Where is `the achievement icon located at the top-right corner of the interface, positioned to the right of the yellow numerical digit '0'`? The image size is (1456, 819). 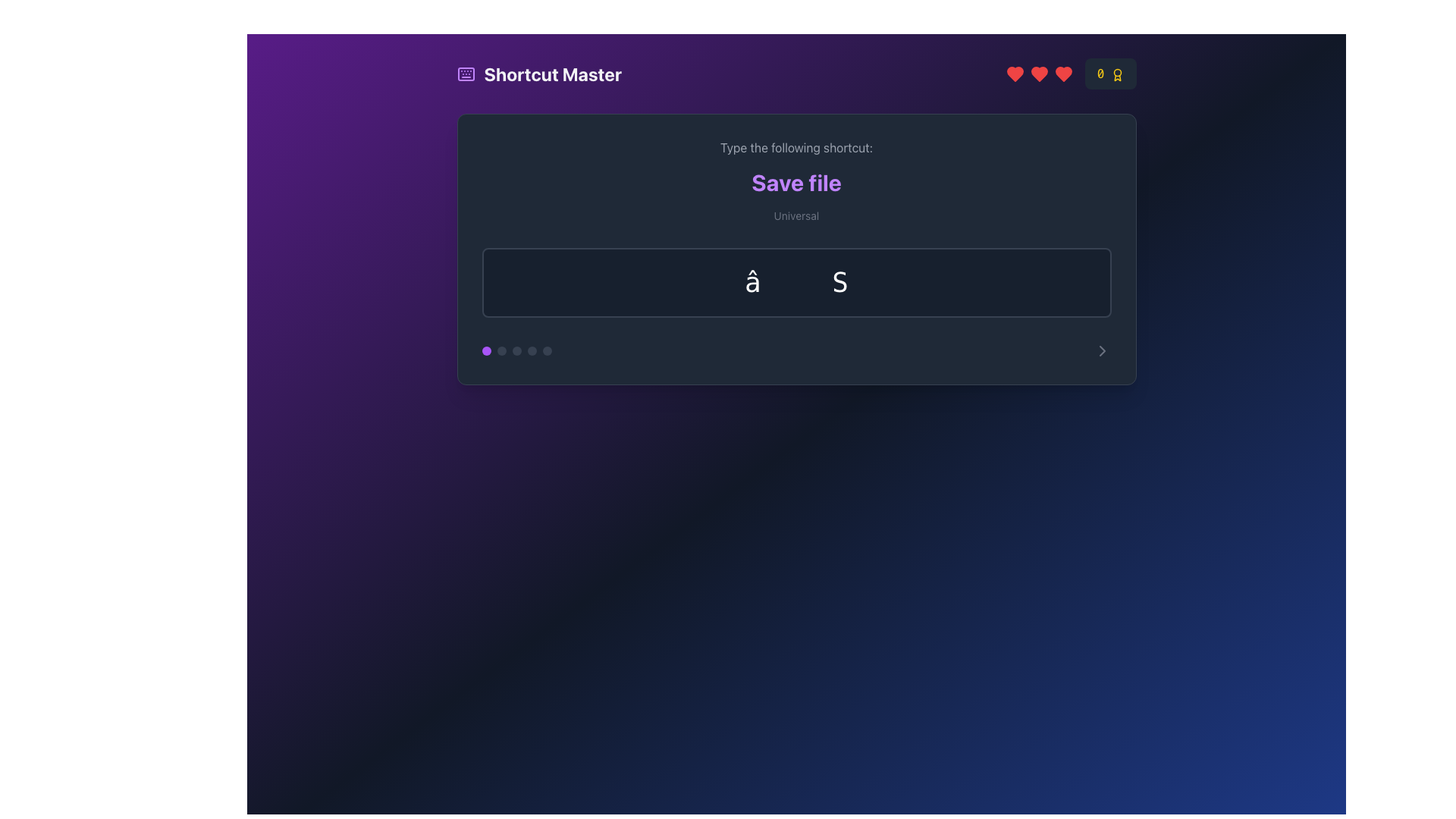
the achievement icon located at the top-right corner of the interface, positioned to the right of the yellow numerical digit '0' is located at coordinates (1117, 74).